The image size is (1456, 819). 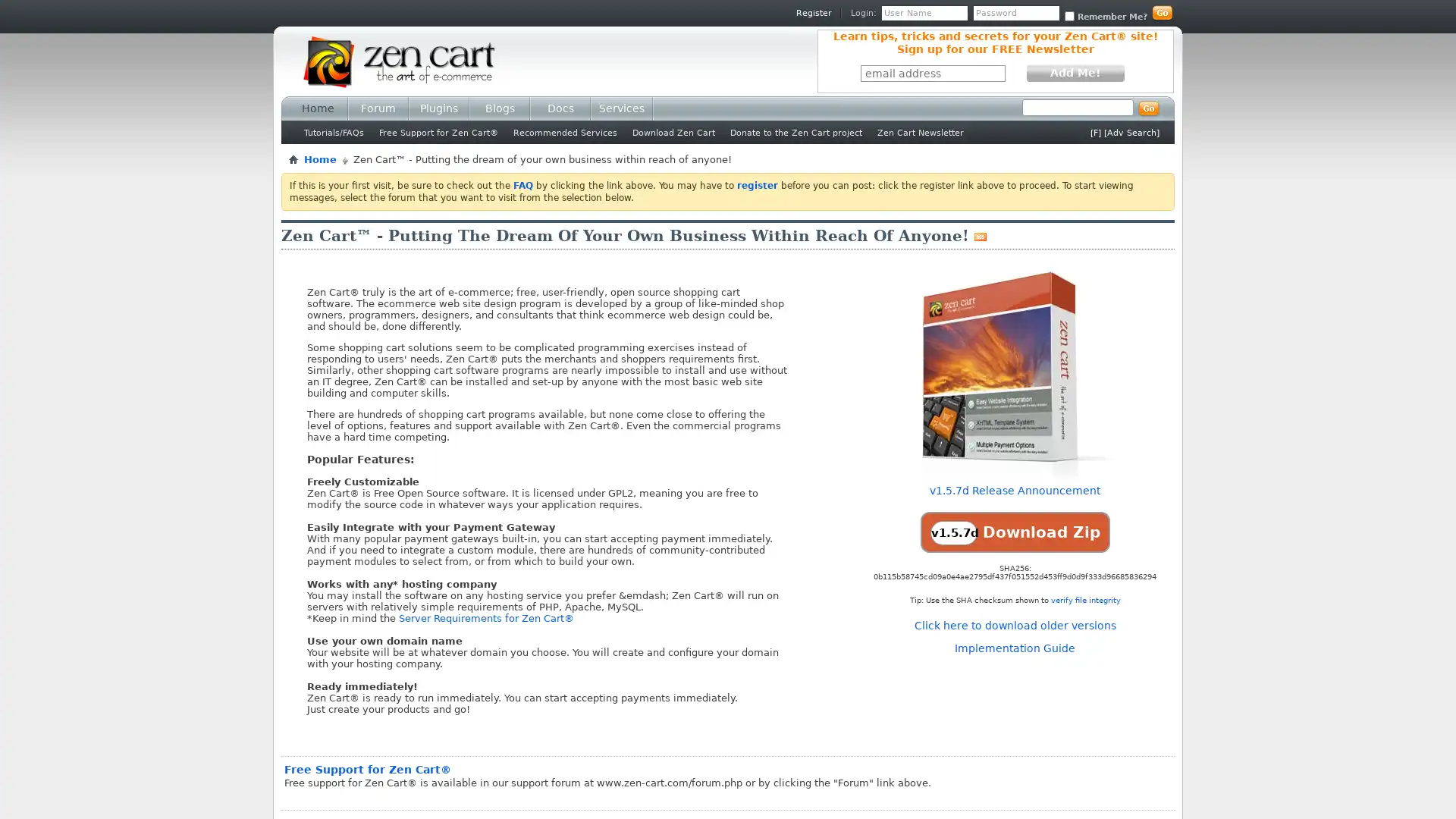 I want to click on Submit, so click(x=1149, y=108).